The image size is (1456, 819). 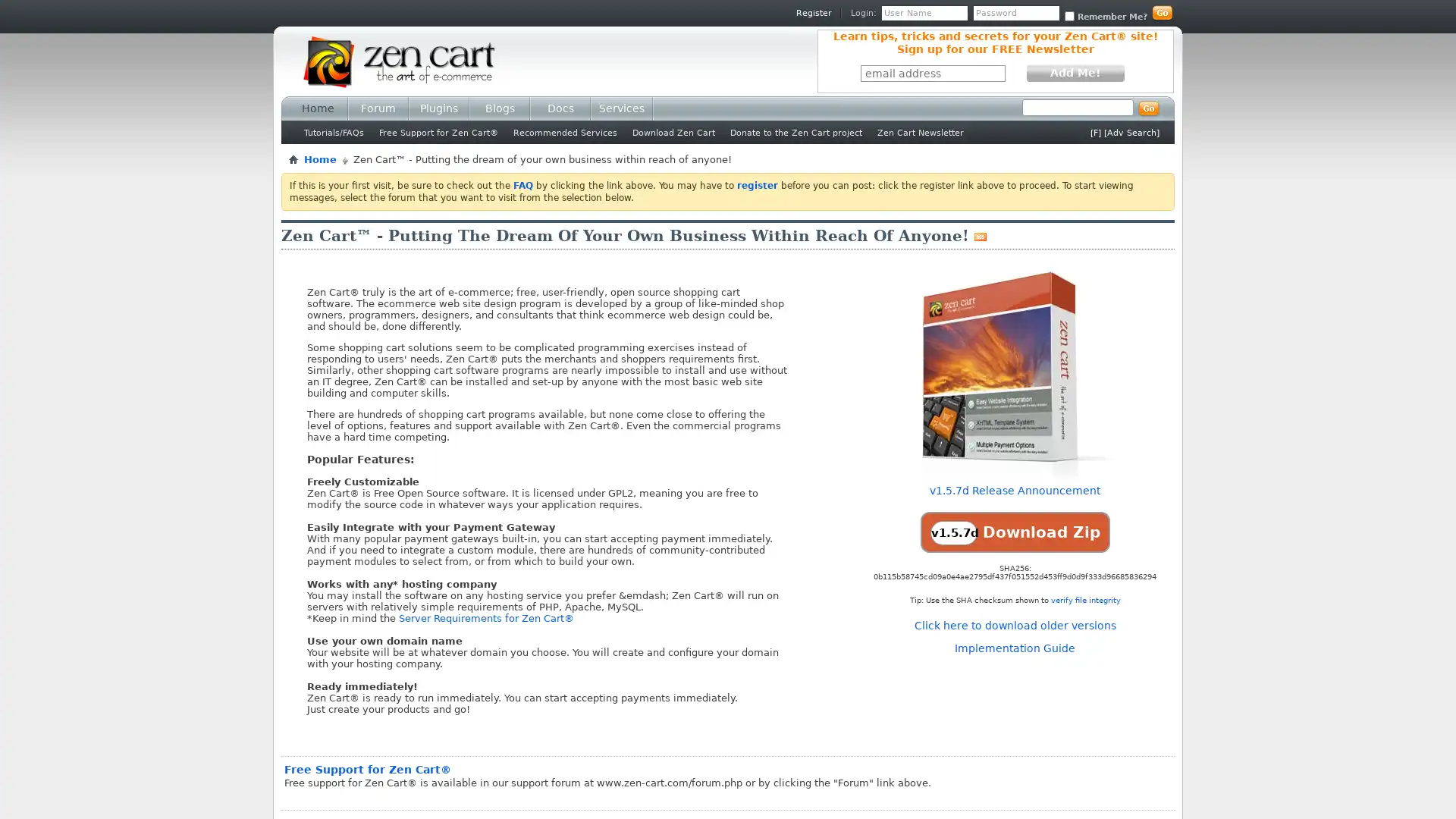 I want to click on Submit, so click(x=1149, y=108).